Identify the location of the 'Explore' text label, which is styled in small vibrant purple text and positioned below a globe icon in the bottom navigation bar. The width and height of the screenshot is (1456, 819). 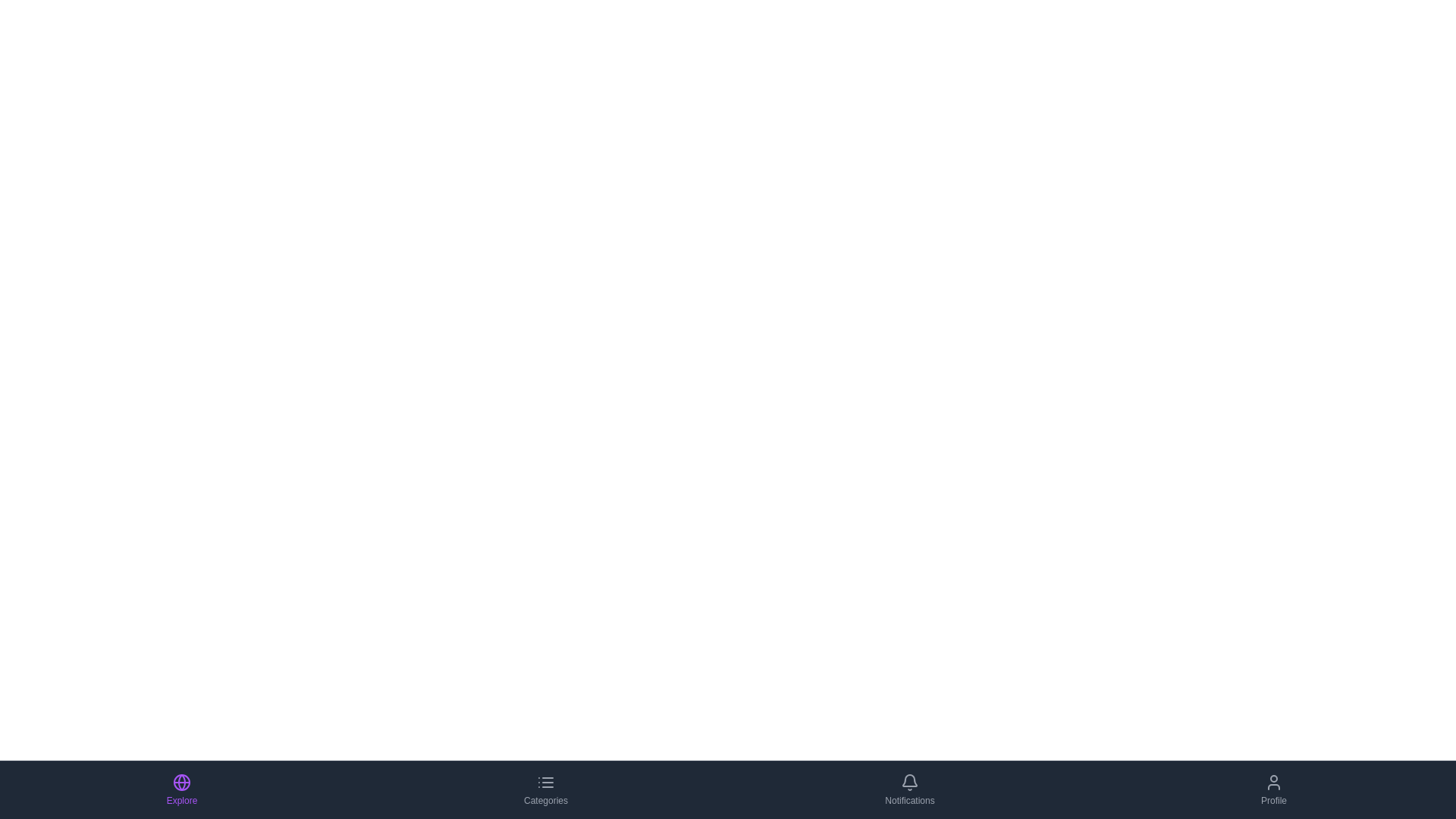
(182, 800).